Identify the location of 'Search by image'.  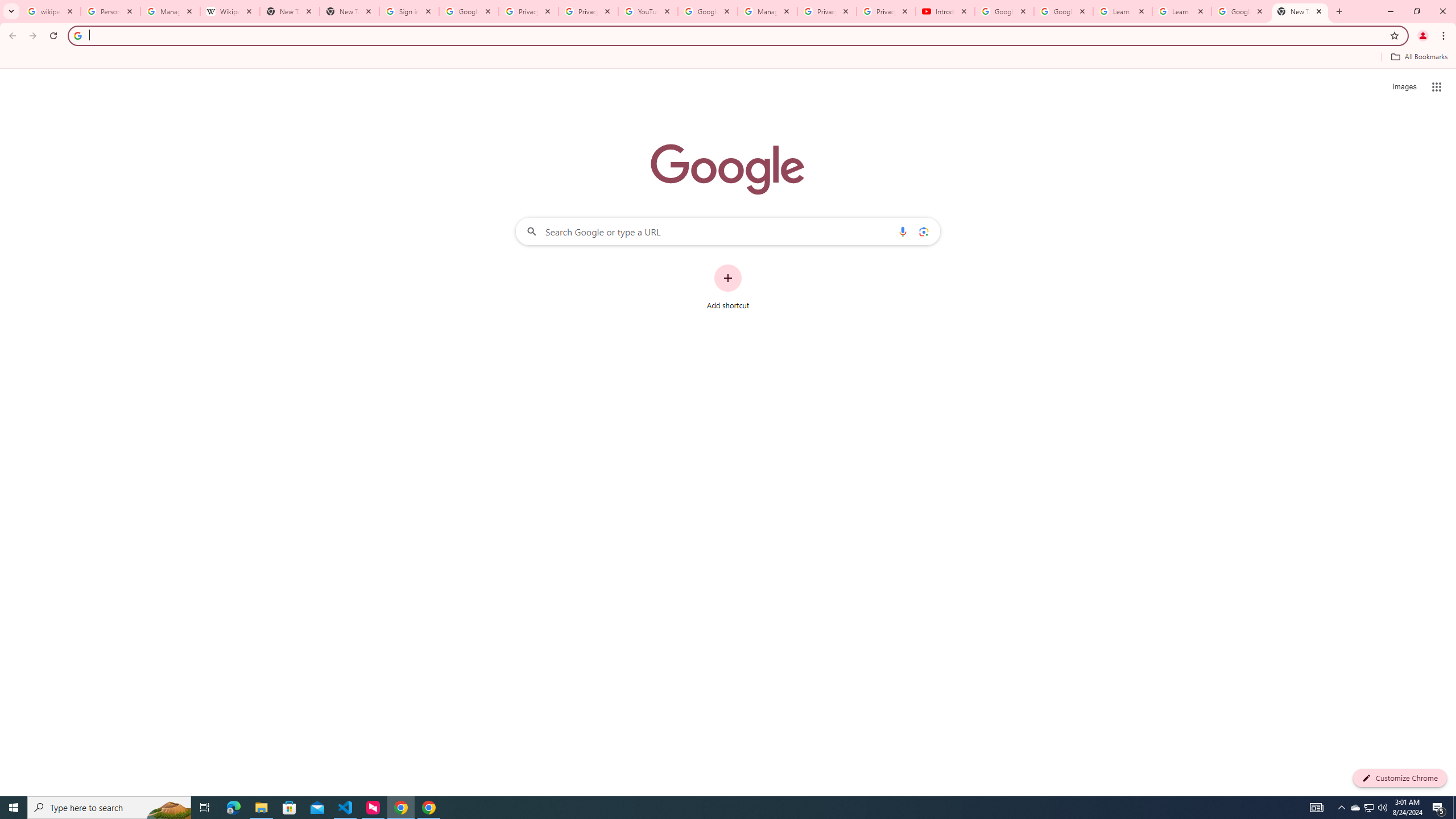
(923, 230).